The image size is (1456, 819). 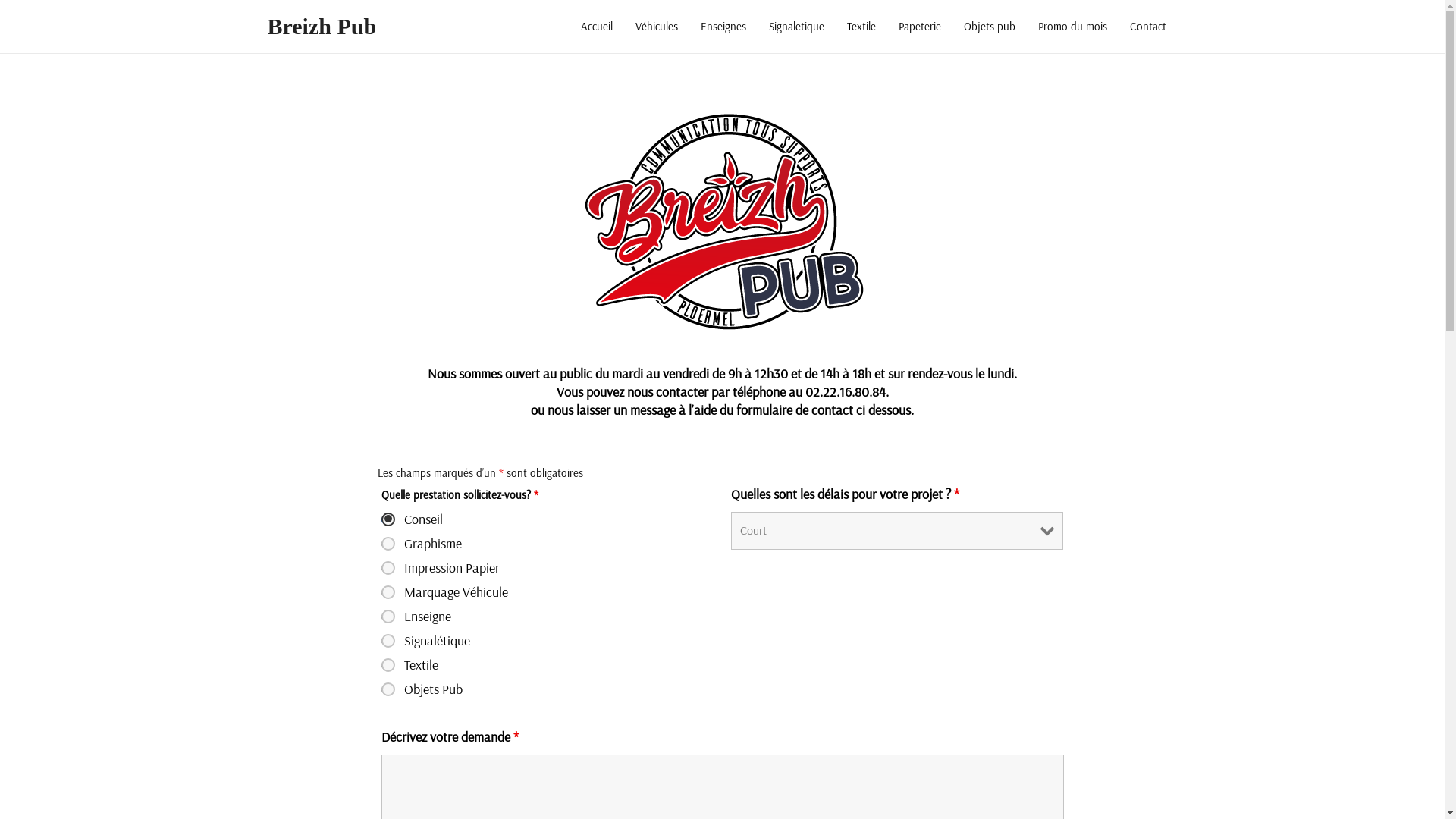 I want to click on 'Promo du mois', so click(x=1072, y=26).